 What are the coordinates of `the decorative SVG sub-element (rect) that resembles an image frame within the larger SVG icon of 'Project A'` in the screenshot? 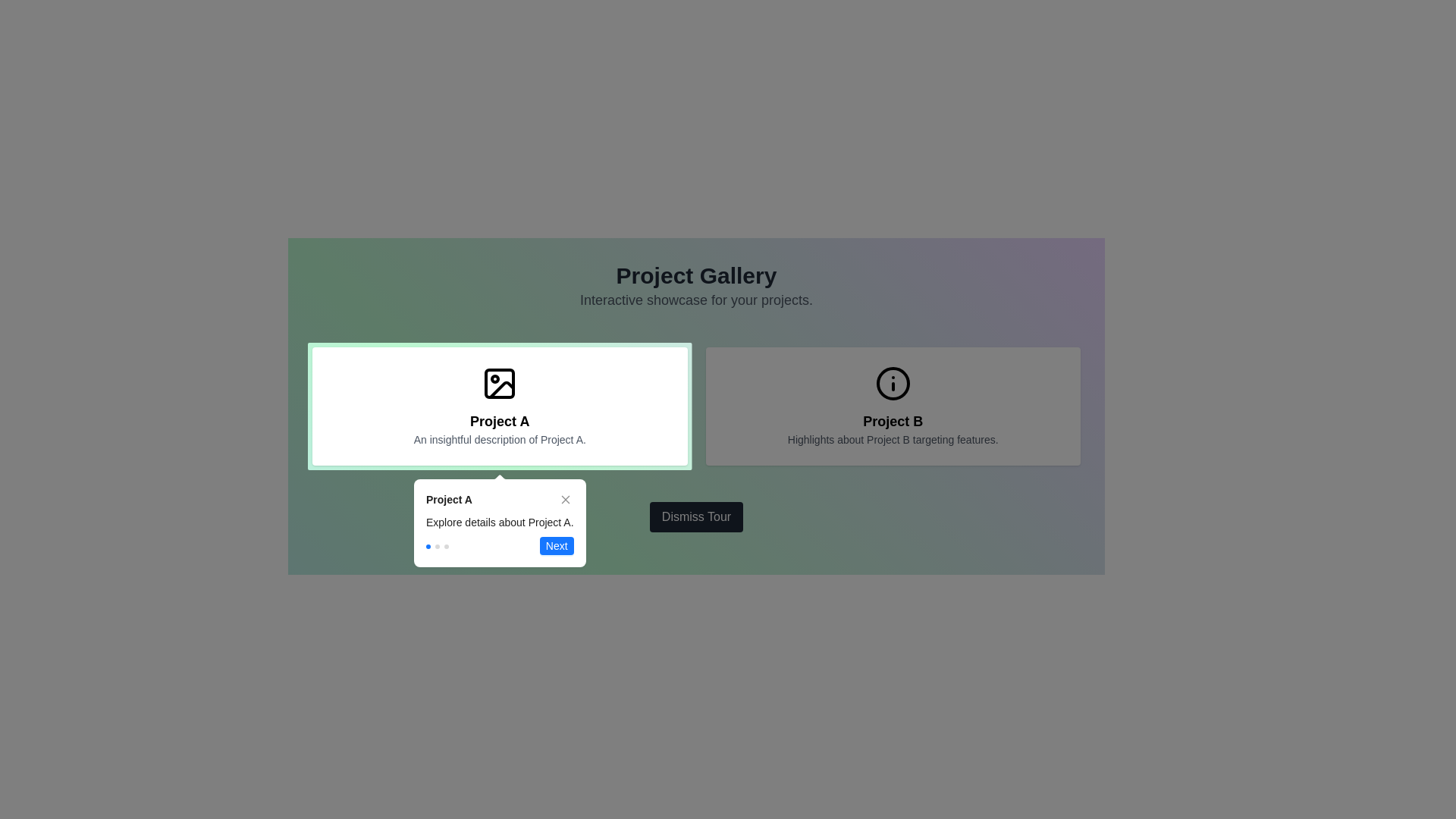 It's located at (500, 382).